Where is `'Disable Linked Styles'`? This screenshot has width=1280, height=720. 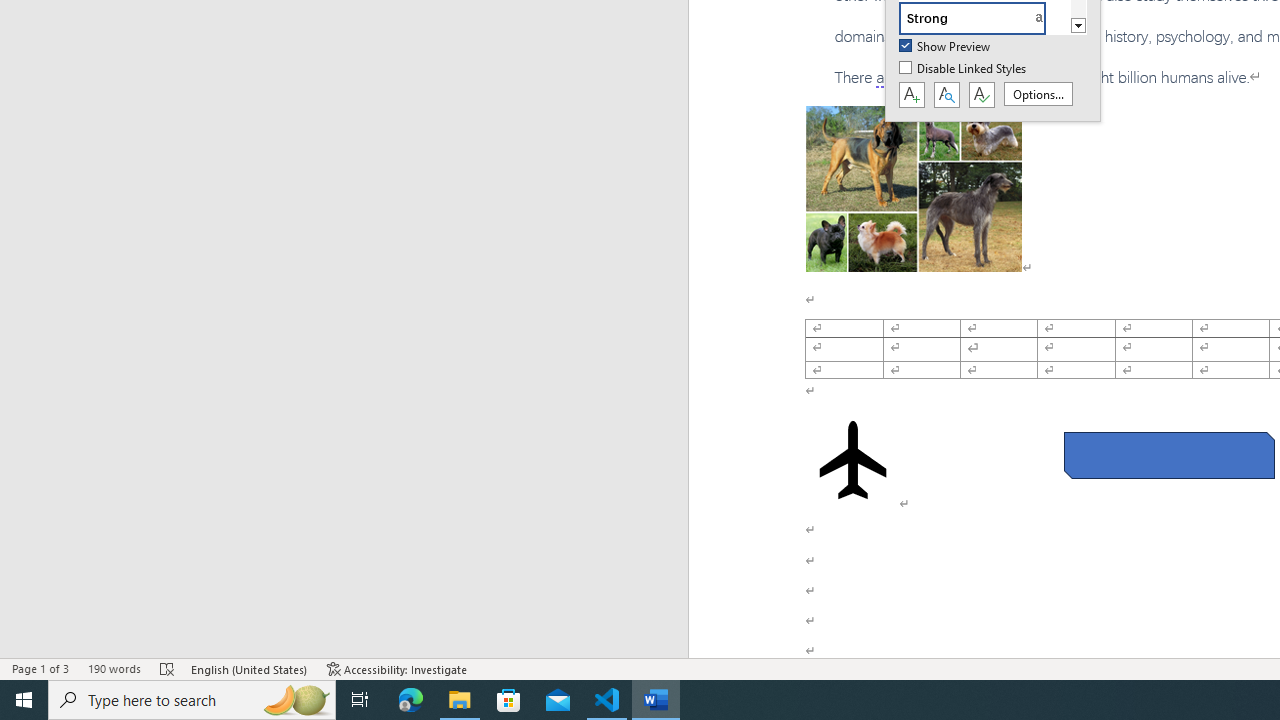 'Disable Linked Styles' is located at coordinates (964, 68).